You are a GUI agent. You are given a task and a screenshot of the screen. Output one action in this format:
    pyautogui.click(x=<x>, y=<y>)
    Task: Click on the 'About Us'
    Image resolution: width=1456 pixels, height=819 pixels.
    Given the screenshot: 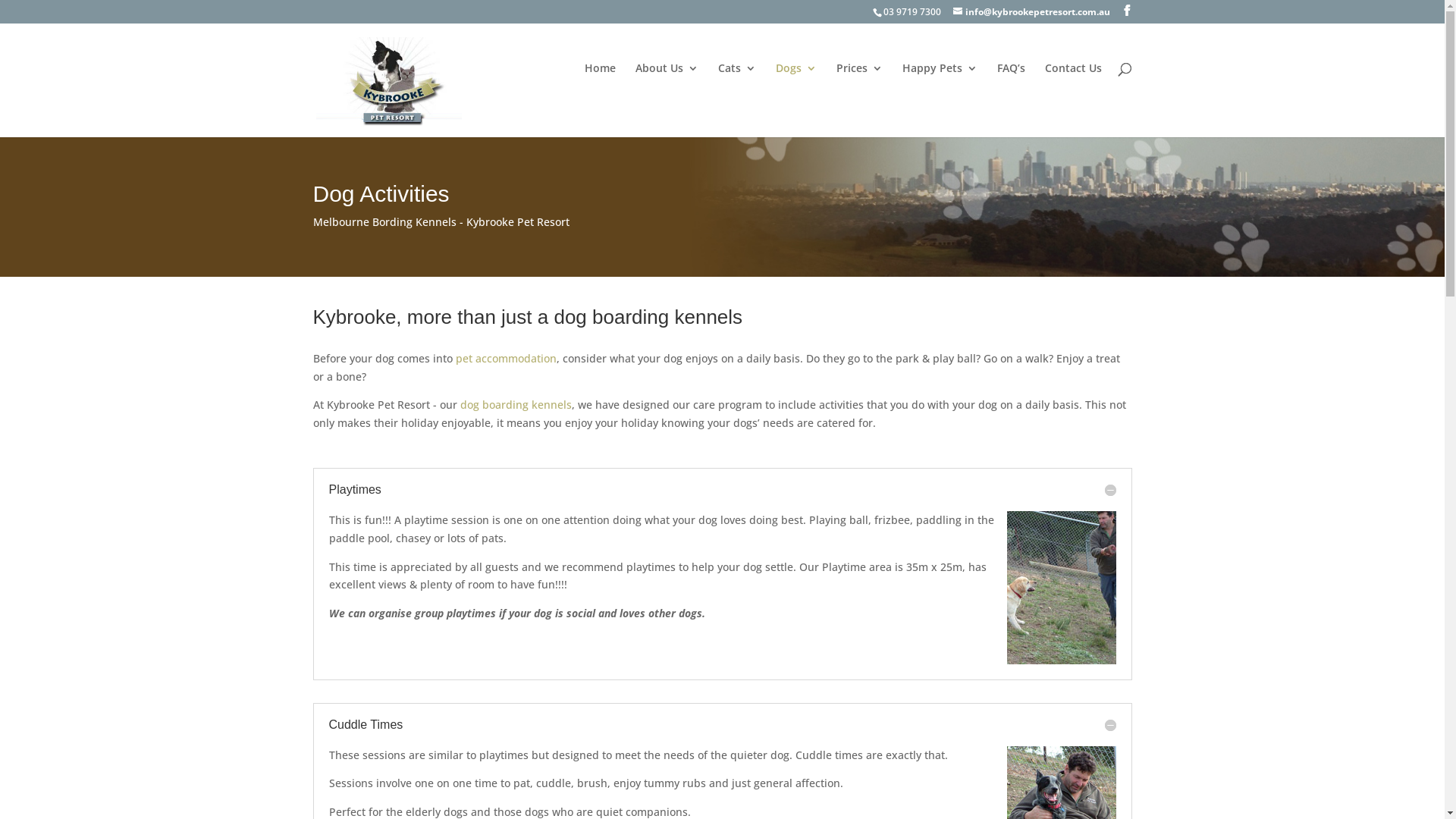 What is the action you would take?
    pyautogui.click(x=635, y=87)
    